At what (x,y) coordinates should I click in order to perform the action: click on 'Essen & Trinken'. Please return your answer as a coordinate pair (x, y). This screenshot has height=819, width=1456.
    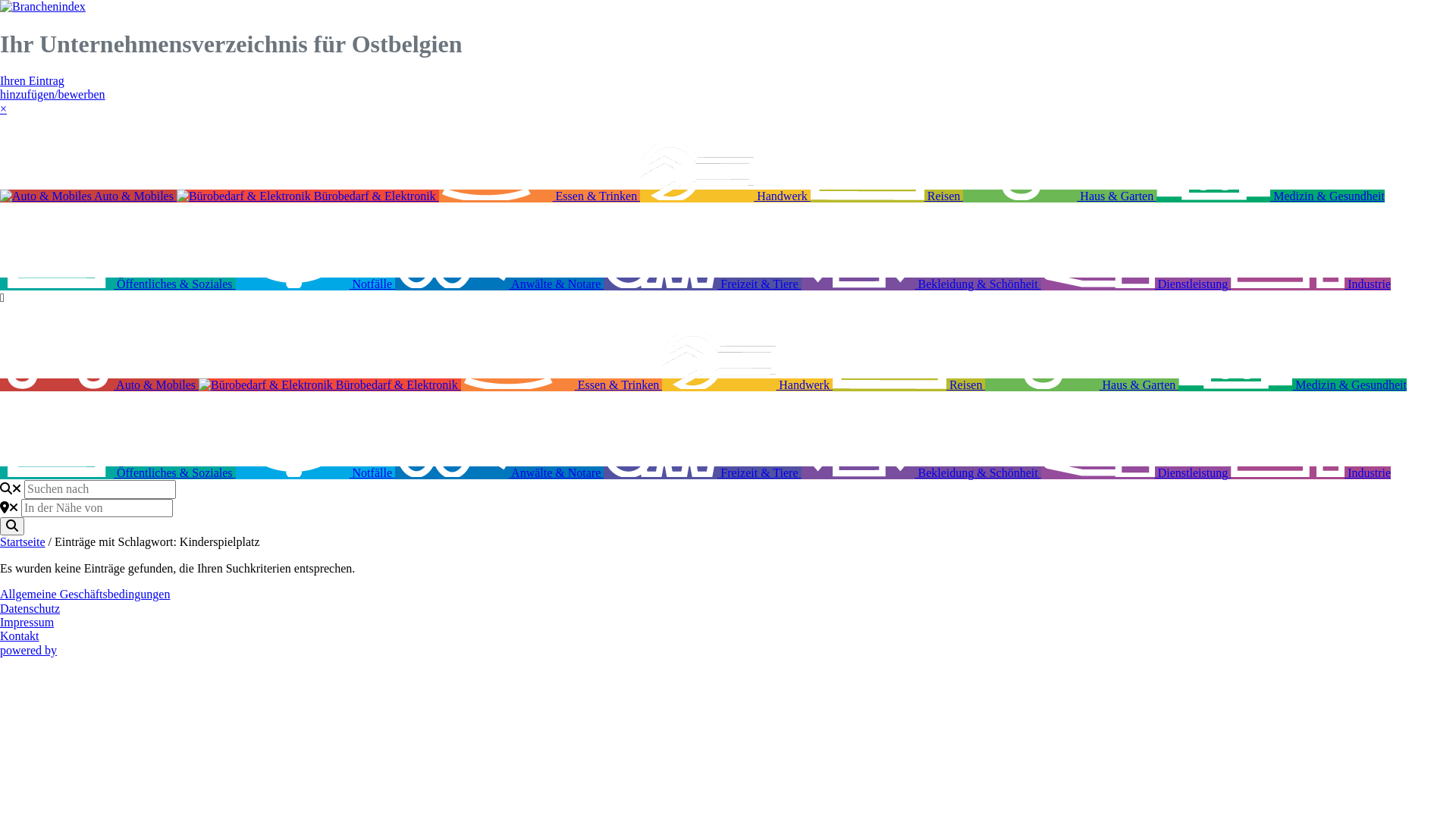
    Looking at the image, I should click on (560, 384).